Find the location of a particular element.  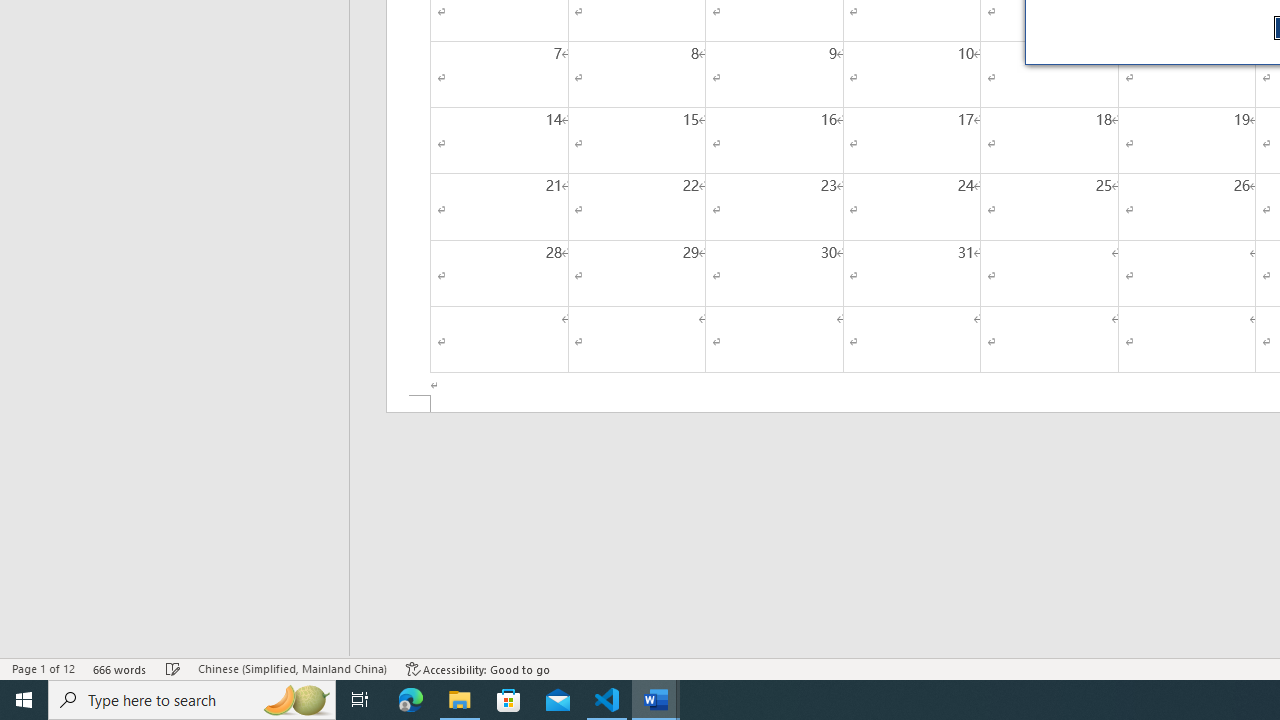

'Search highlights icon opens search home window' is located at coordinates (294, 698).